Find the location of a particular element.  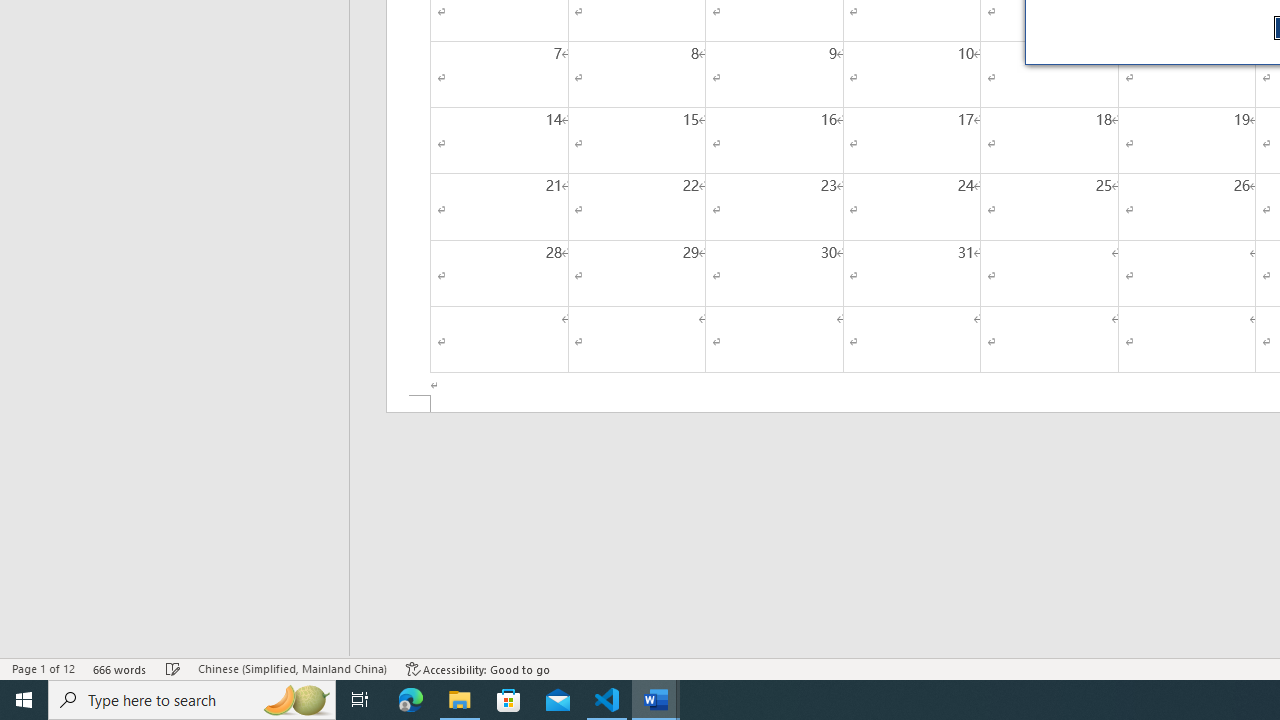

'Search highlights icon opens search home window' is located at coordinates (294, 698).